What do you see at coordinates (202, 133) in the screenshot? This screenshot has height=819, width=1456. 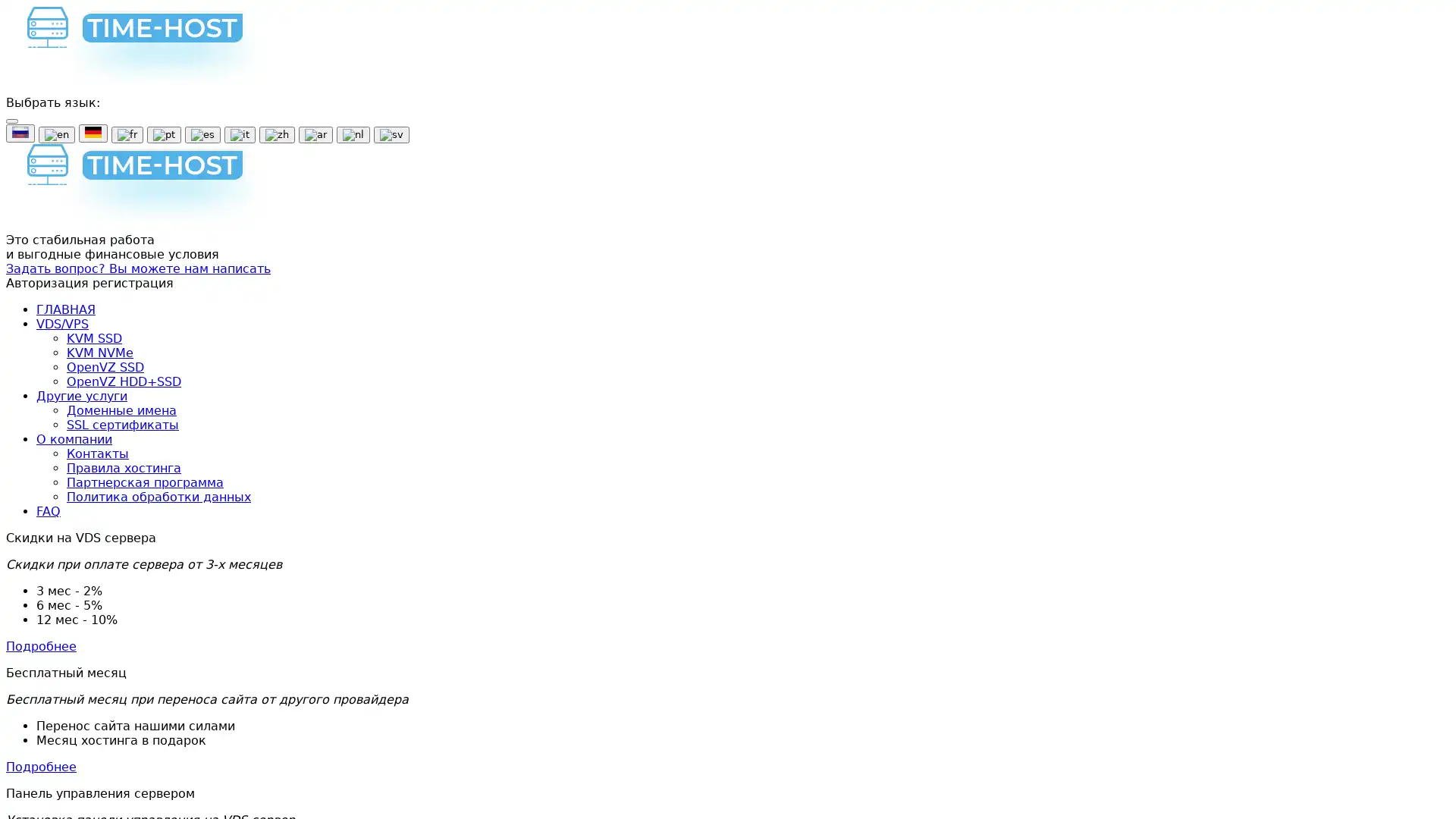 I see `es` at bounding box center [202, 133].